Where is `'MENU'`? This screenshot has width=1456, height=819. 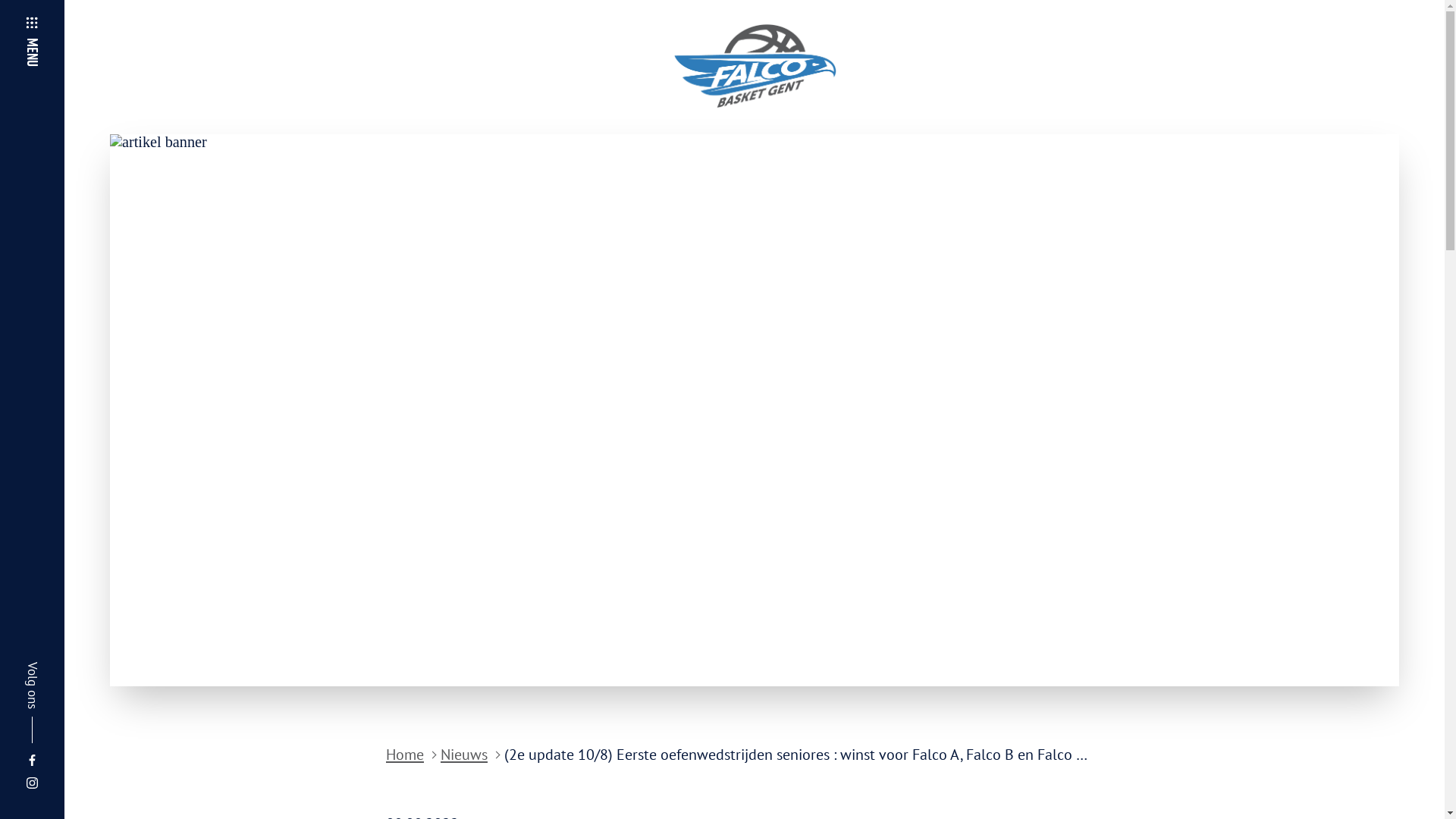
'MENU' is located at coordinates (49, 25).